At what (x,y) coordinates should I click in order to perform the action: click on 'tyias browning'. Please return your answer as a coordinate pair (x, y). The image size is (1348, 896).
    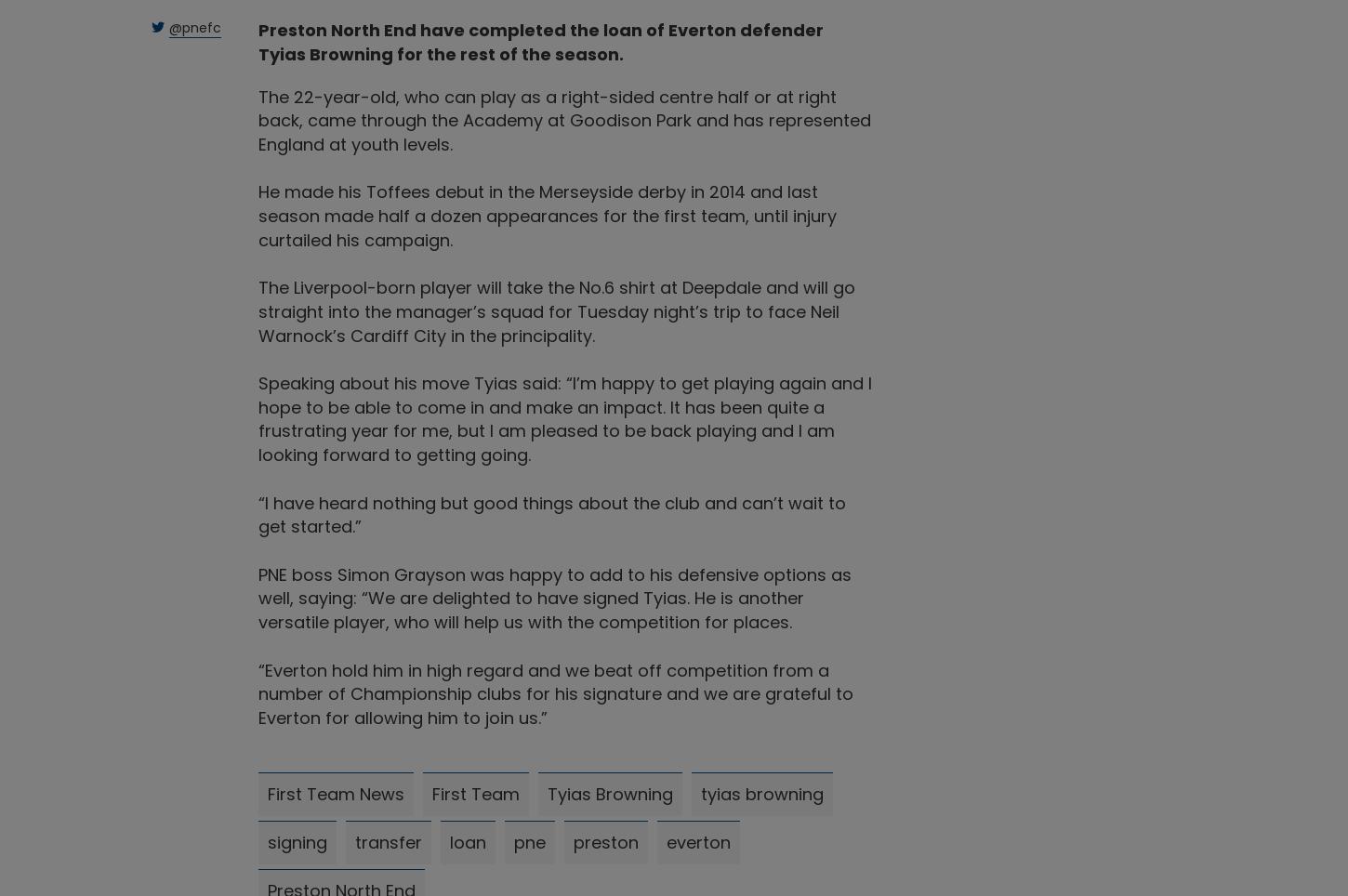
    Looking at the image, I should click on (701, 794).